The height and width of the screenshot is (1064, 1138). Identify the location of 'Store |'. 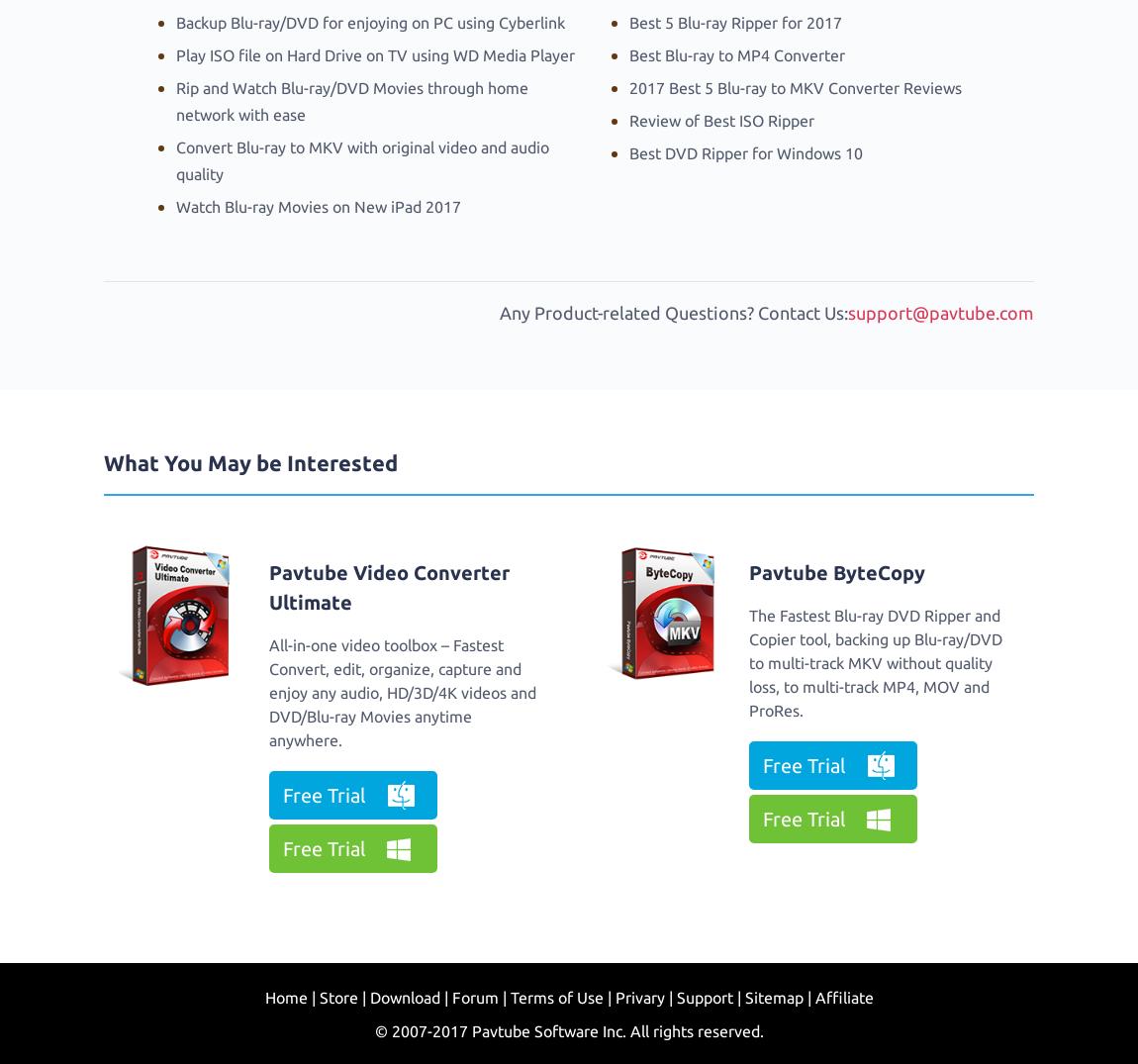
(341, 997).